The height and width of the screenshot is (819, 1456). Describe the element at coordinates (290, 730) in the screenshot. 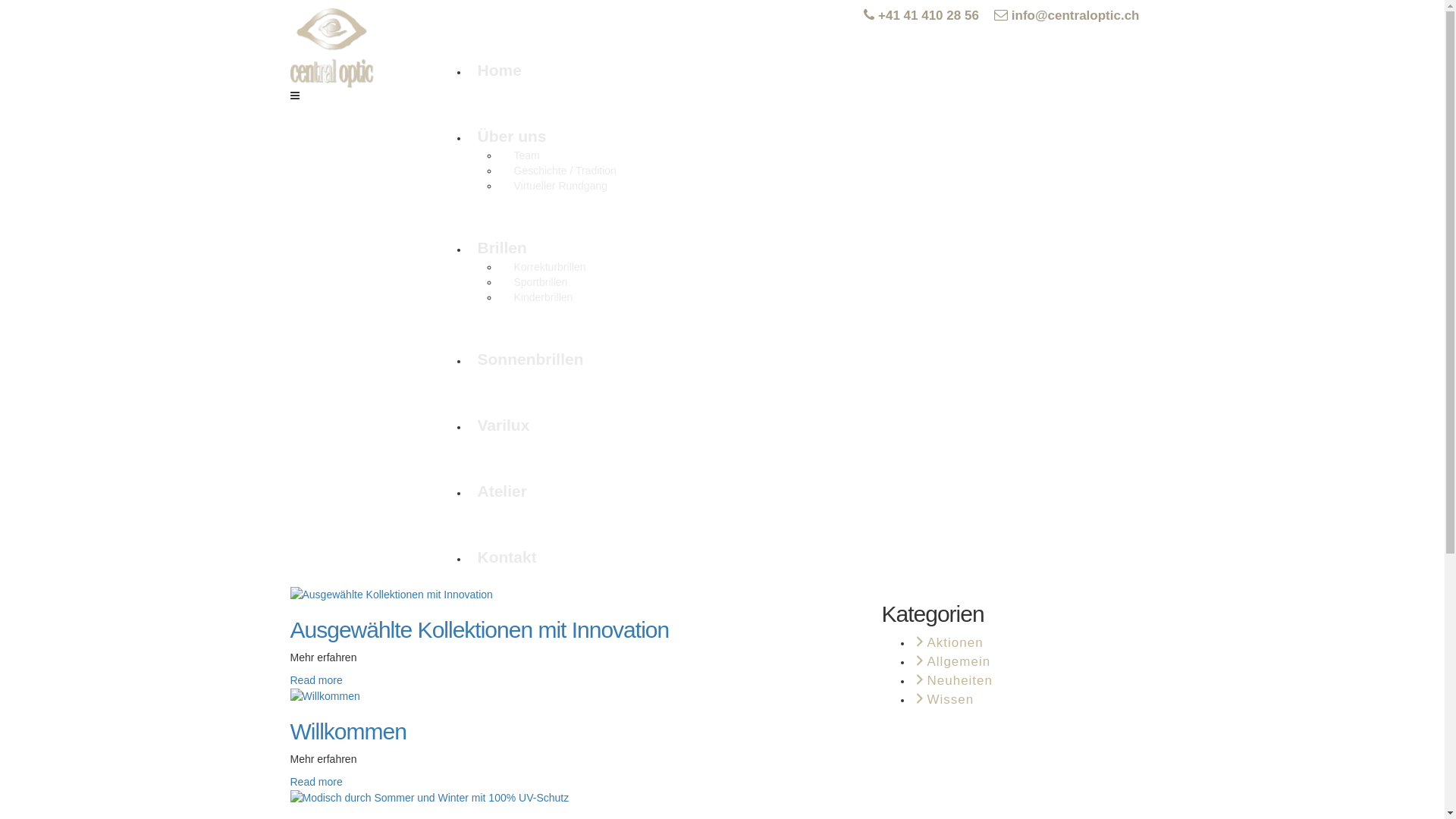

I see `'Willkommen'` at that location.